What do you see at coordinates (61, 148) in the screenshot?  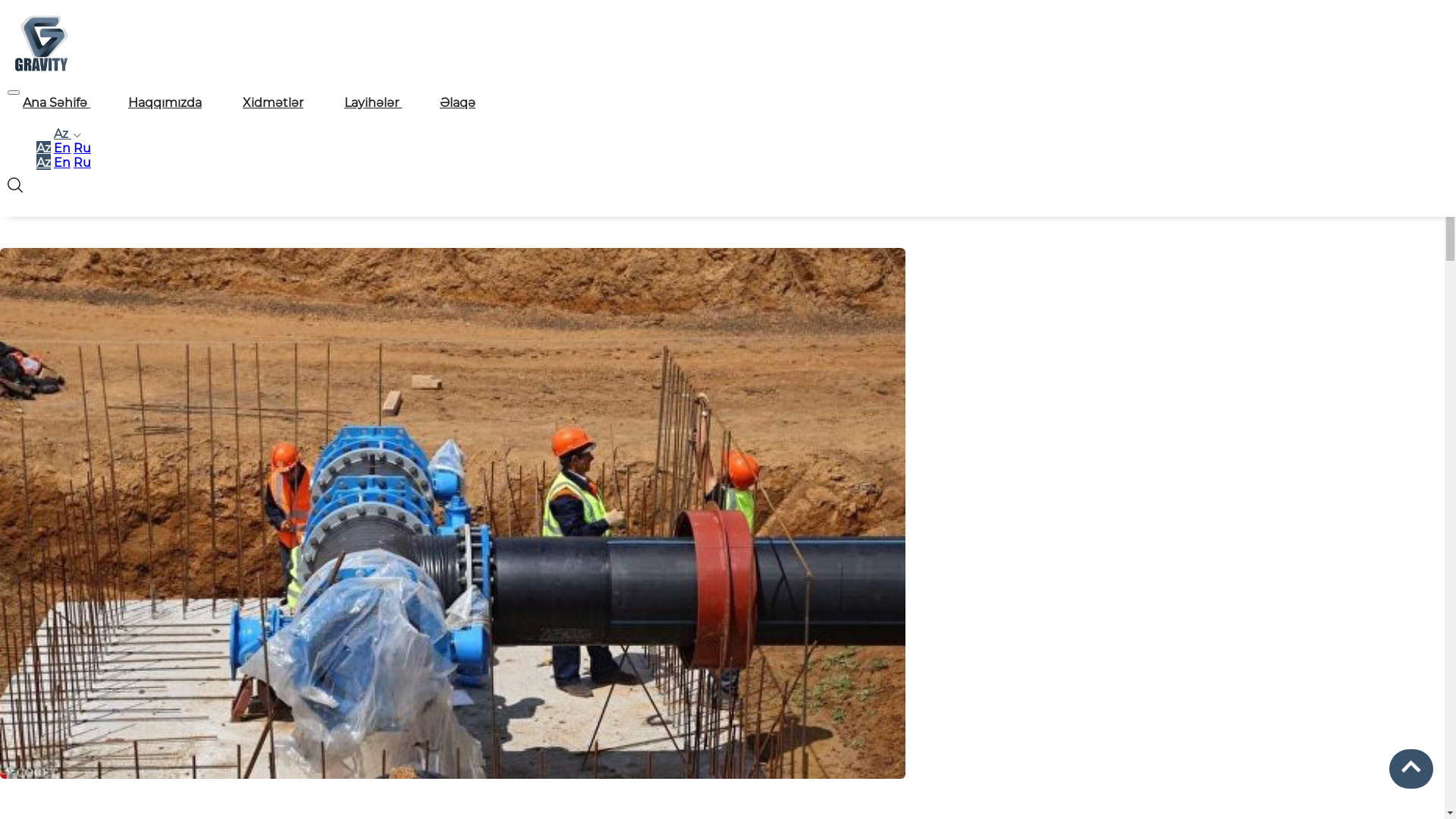 I see `'En'` at bounding box center [61, 148].